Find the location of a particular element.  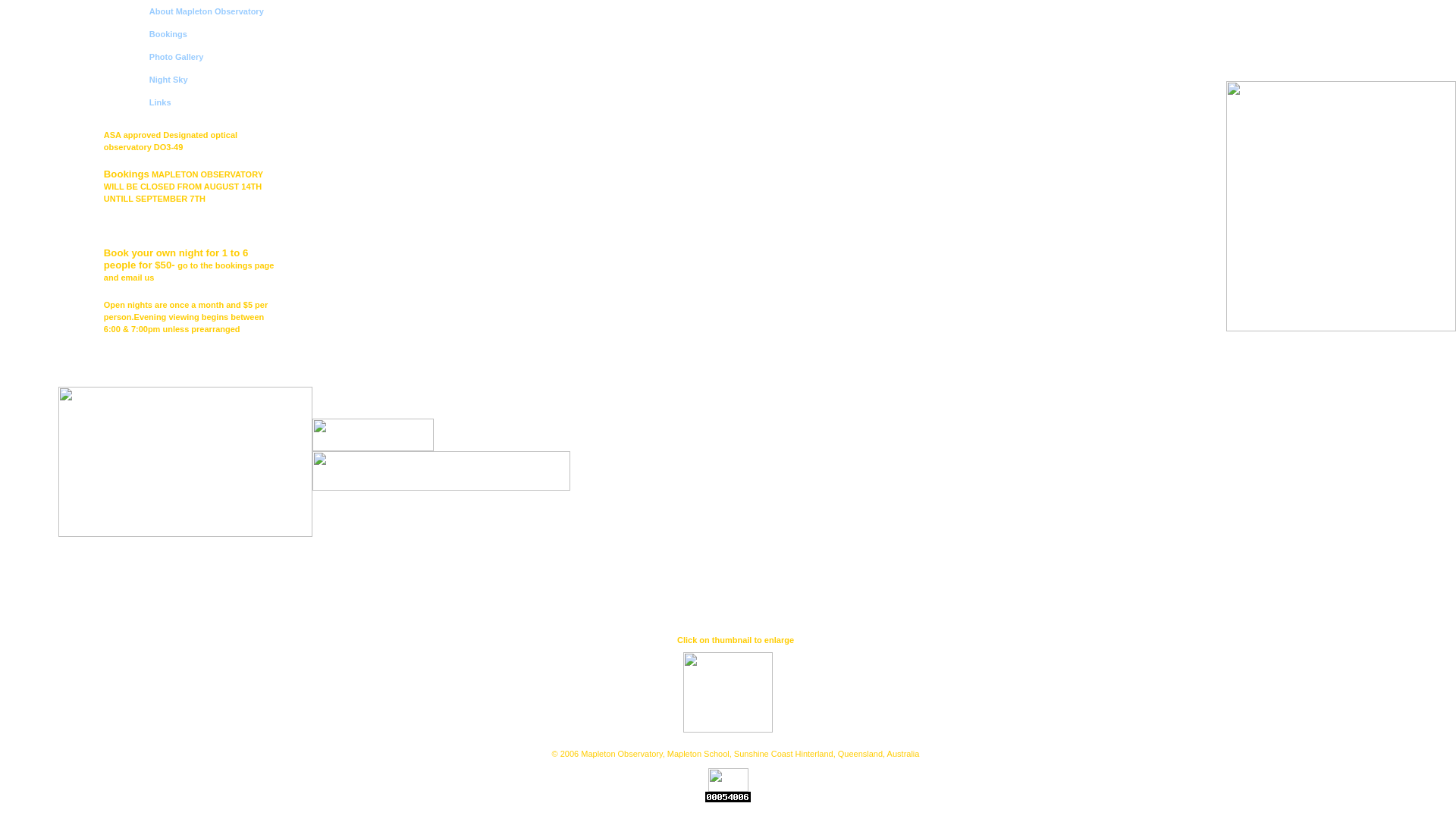

'About Mapleton Observatory' is located at coordinates (149, 11).